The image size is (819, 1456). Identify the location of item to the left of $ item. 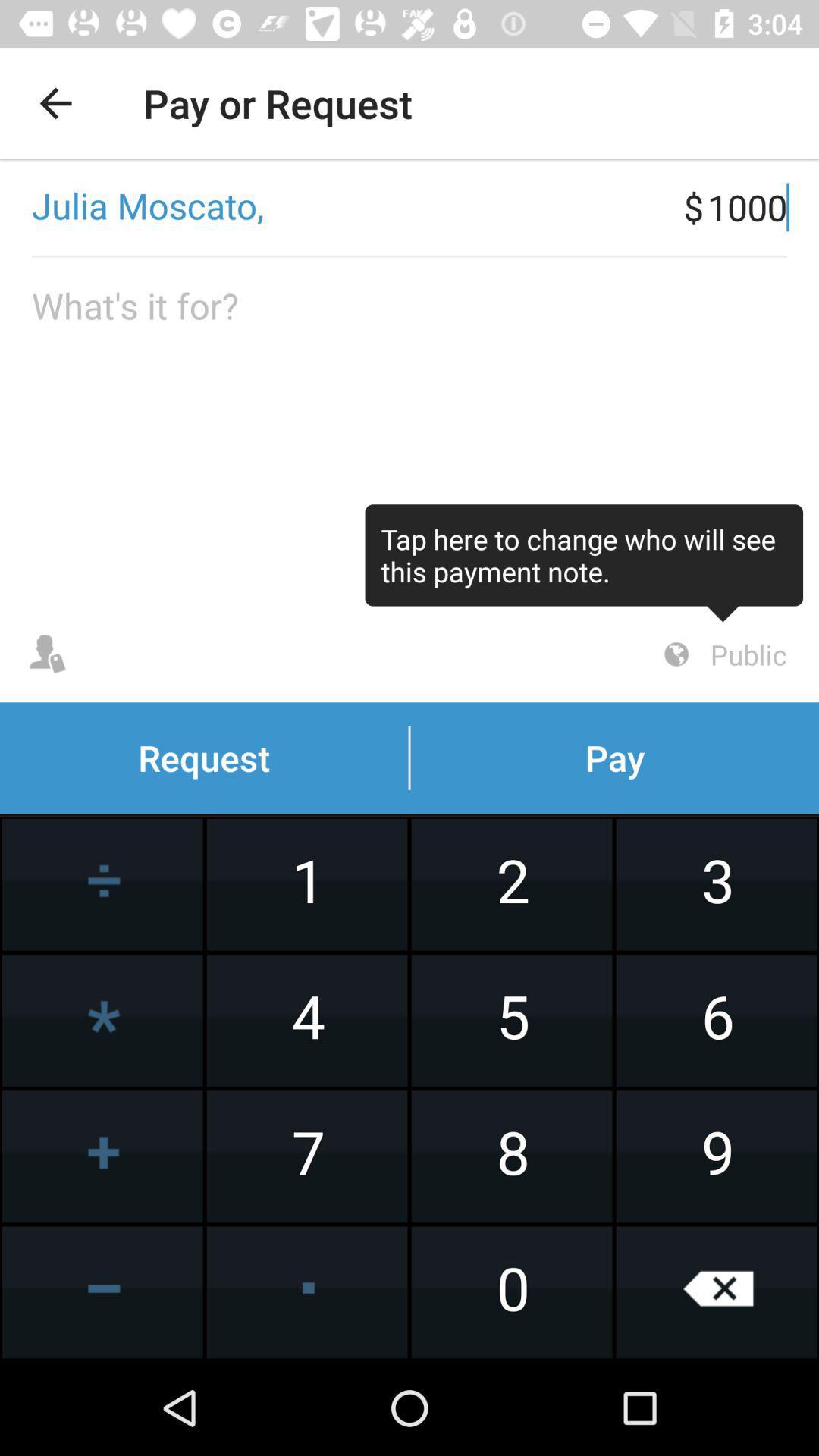
(341, 206).